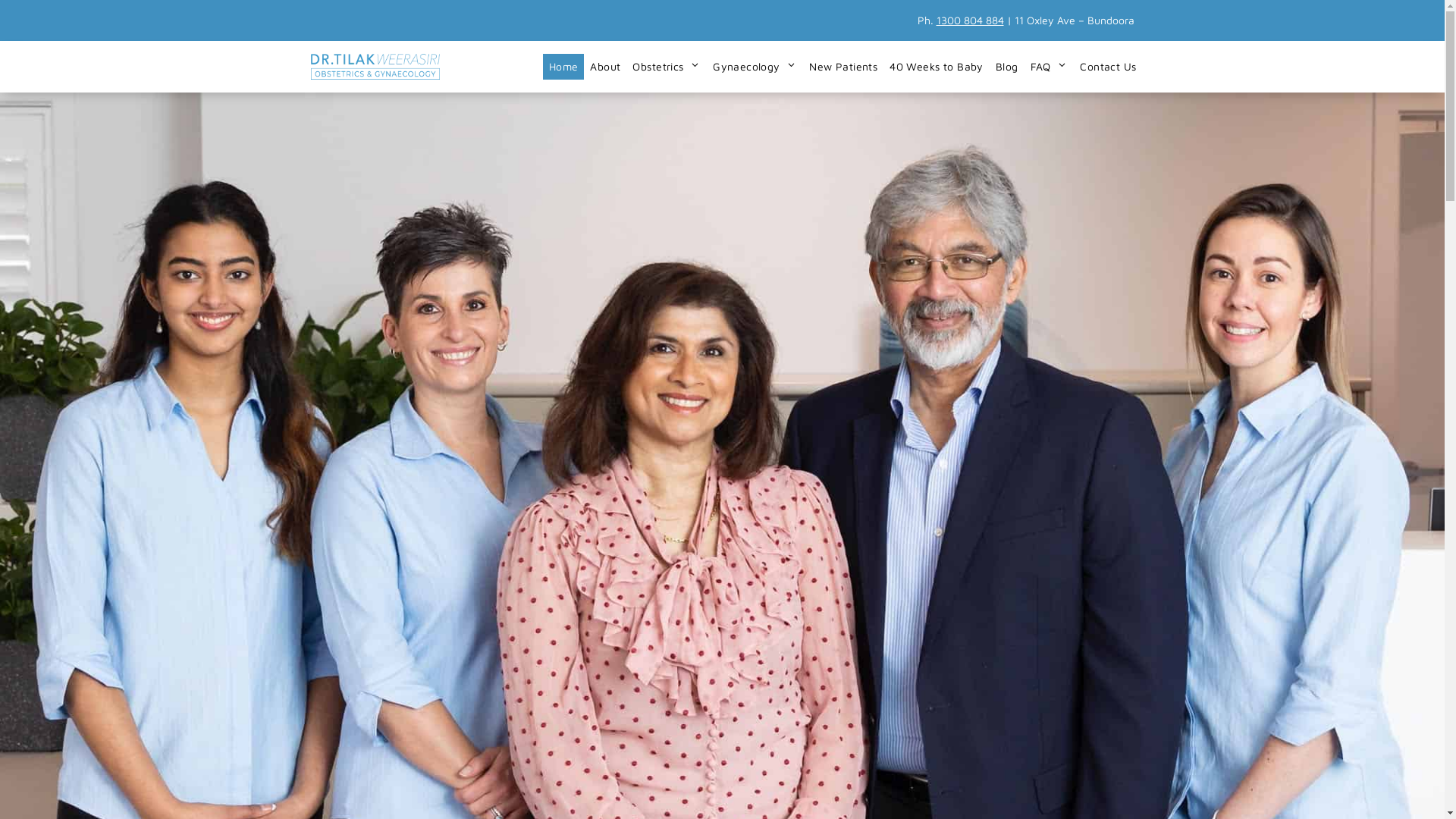  I want to click on 'Contact Us', so click(1073, 65).